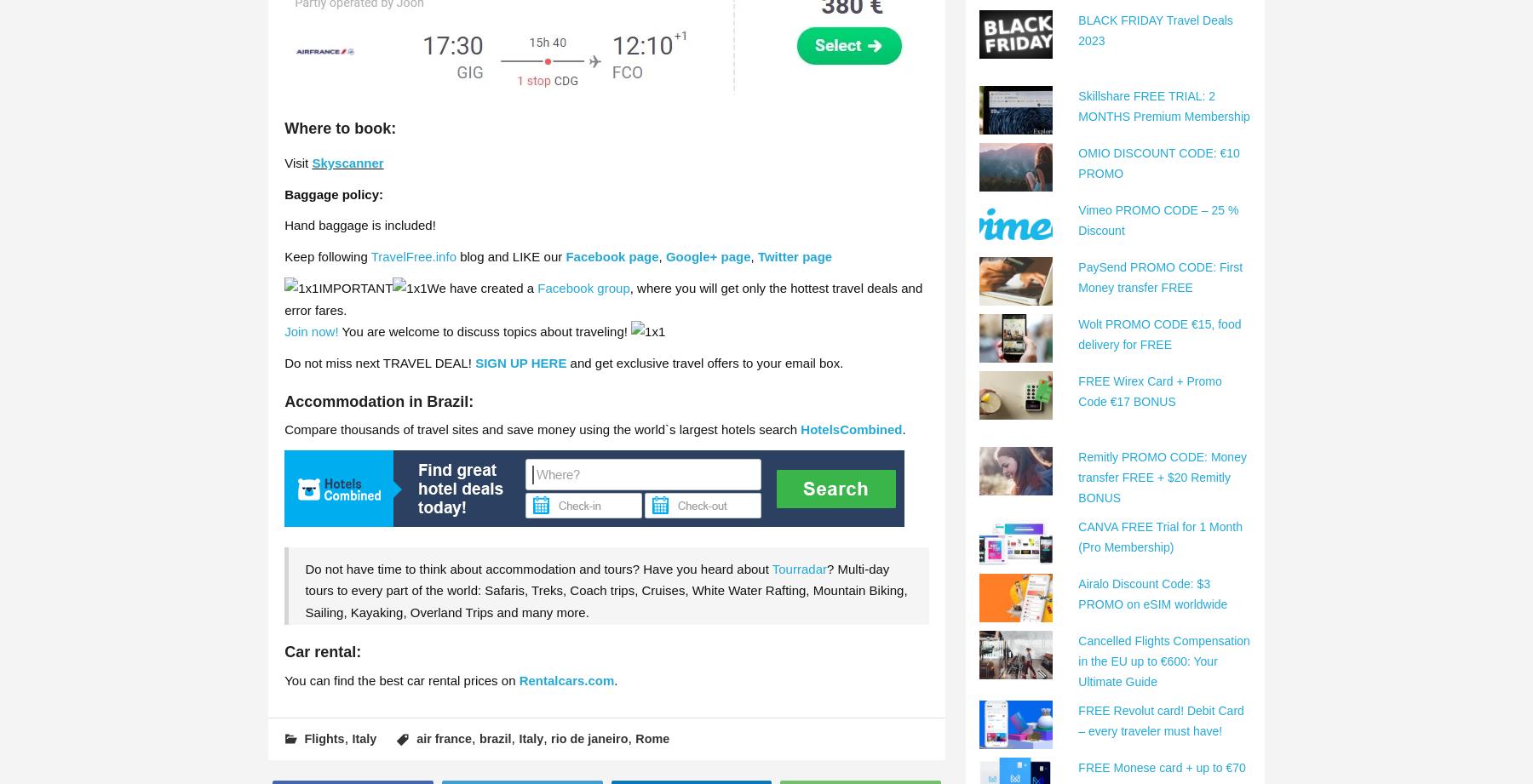 The height and width of the screenshot is (784, 1533). Describe the element at coordinates (566, 678) in the screenshot. I see `'Rentalcars.com'` at that location.